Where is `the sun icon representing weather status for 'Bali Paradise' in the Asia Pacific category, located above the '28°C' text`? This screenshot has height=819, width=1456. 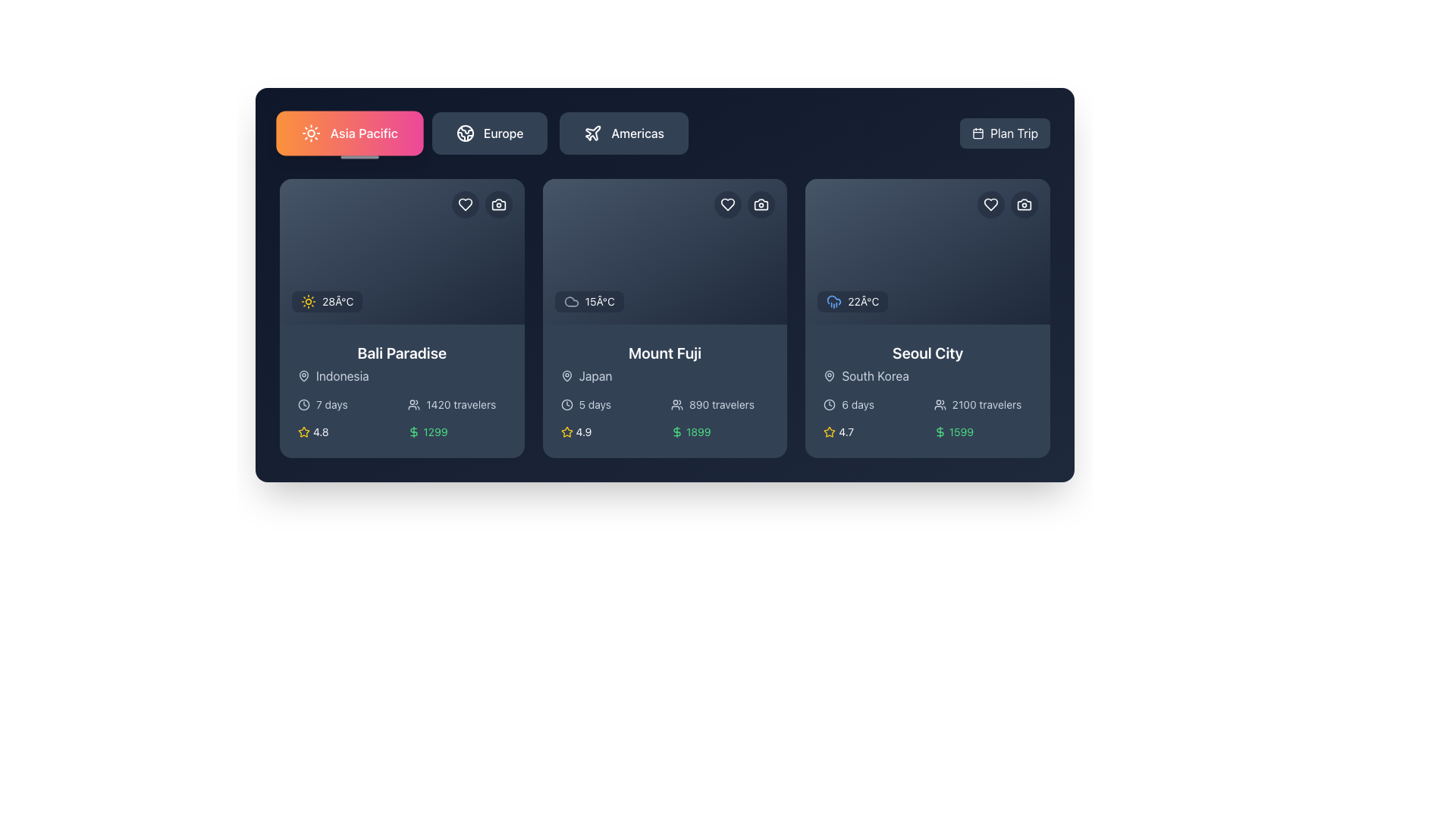
the sun icon representing weather status for 'Bali Paradise' in the Asia Pacific category, located above the '28°C' text is located at coordinates (308, 301).